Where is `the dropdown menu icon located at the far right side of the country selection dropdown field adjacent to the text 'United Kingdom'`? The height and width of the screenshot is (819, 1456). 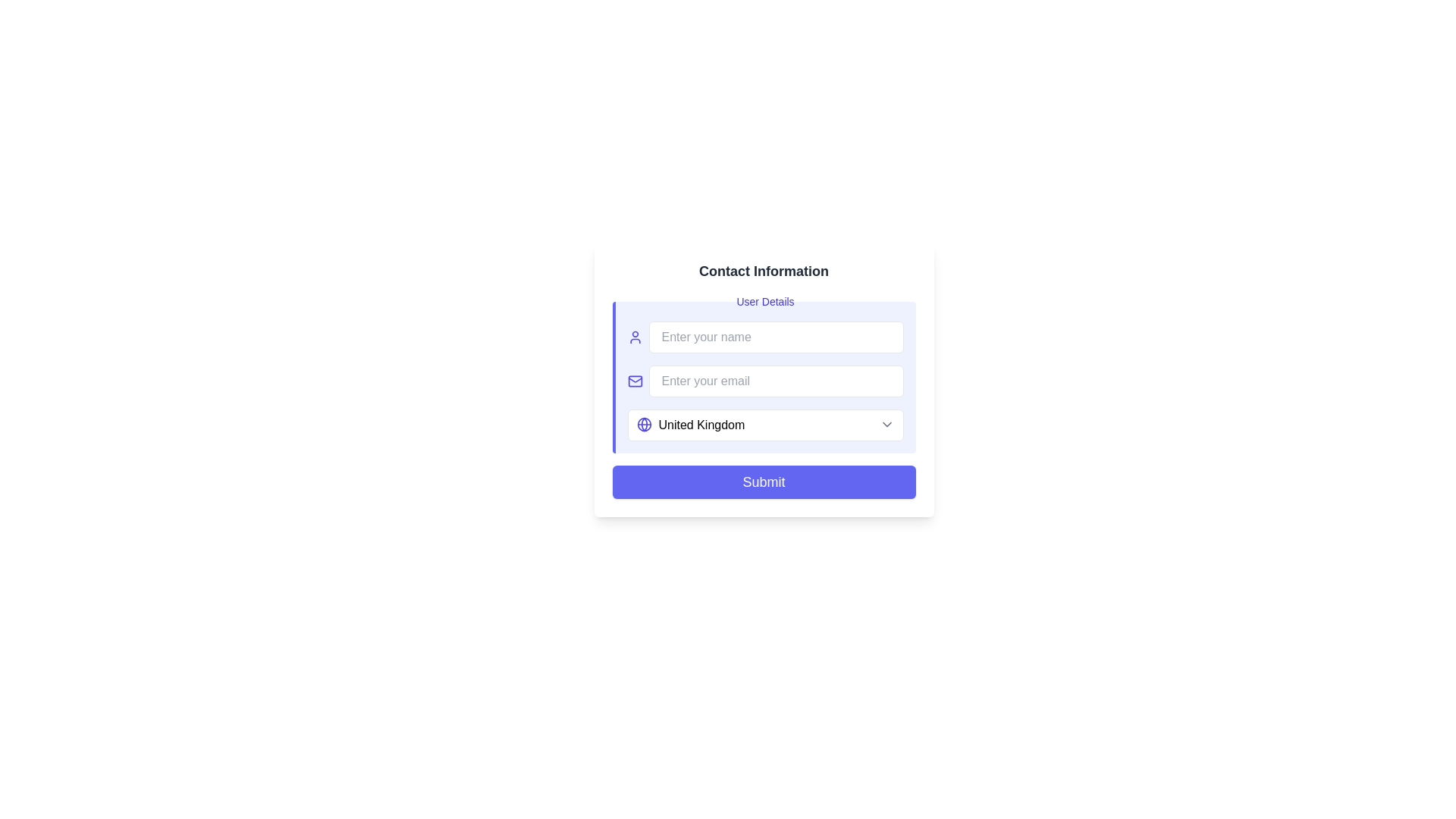
the dropdown menu icon located at the far right side of the country selection dropdown field adjacent to the text 'United Kingdom' is located at coordinates (886, 424).